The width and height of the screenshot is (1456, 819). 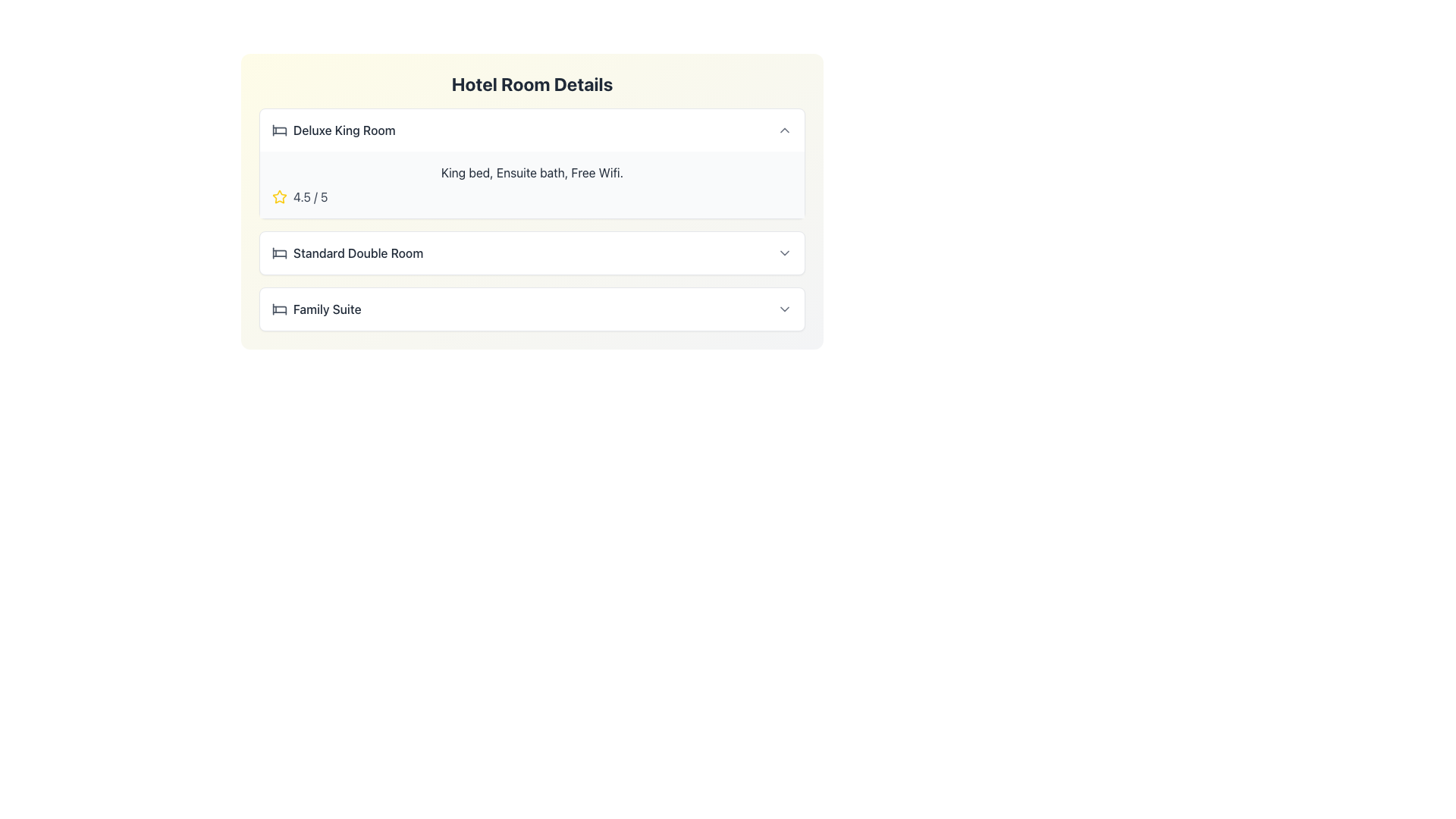 I want to click on the Text Label with Icon that displays the name of the second room category, located below 'Deluxe King Room' and above 'Family Suite' in the 'Hotel Room Details' section, so click(x=347, y=253).